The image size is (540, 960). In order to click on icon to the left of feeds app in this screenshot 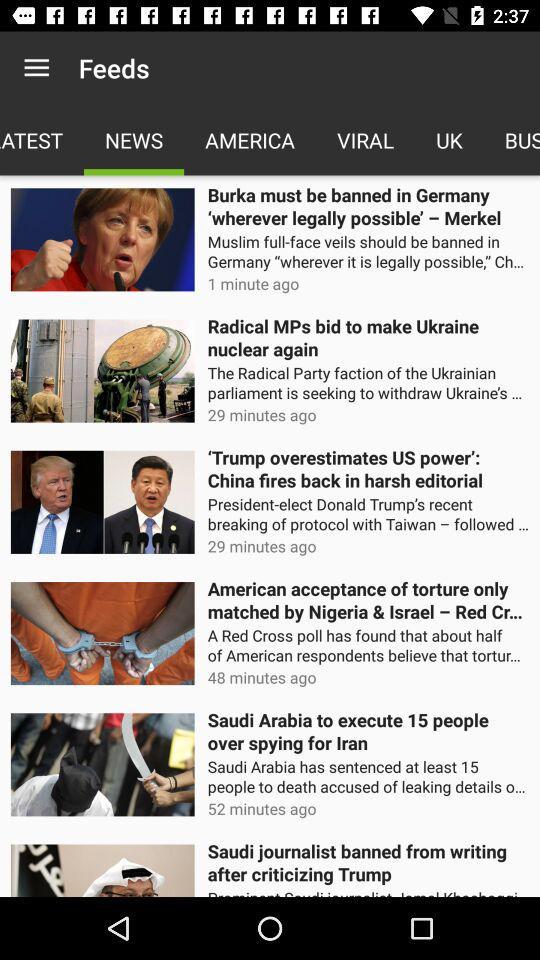, I will do `click(36, 68)`.